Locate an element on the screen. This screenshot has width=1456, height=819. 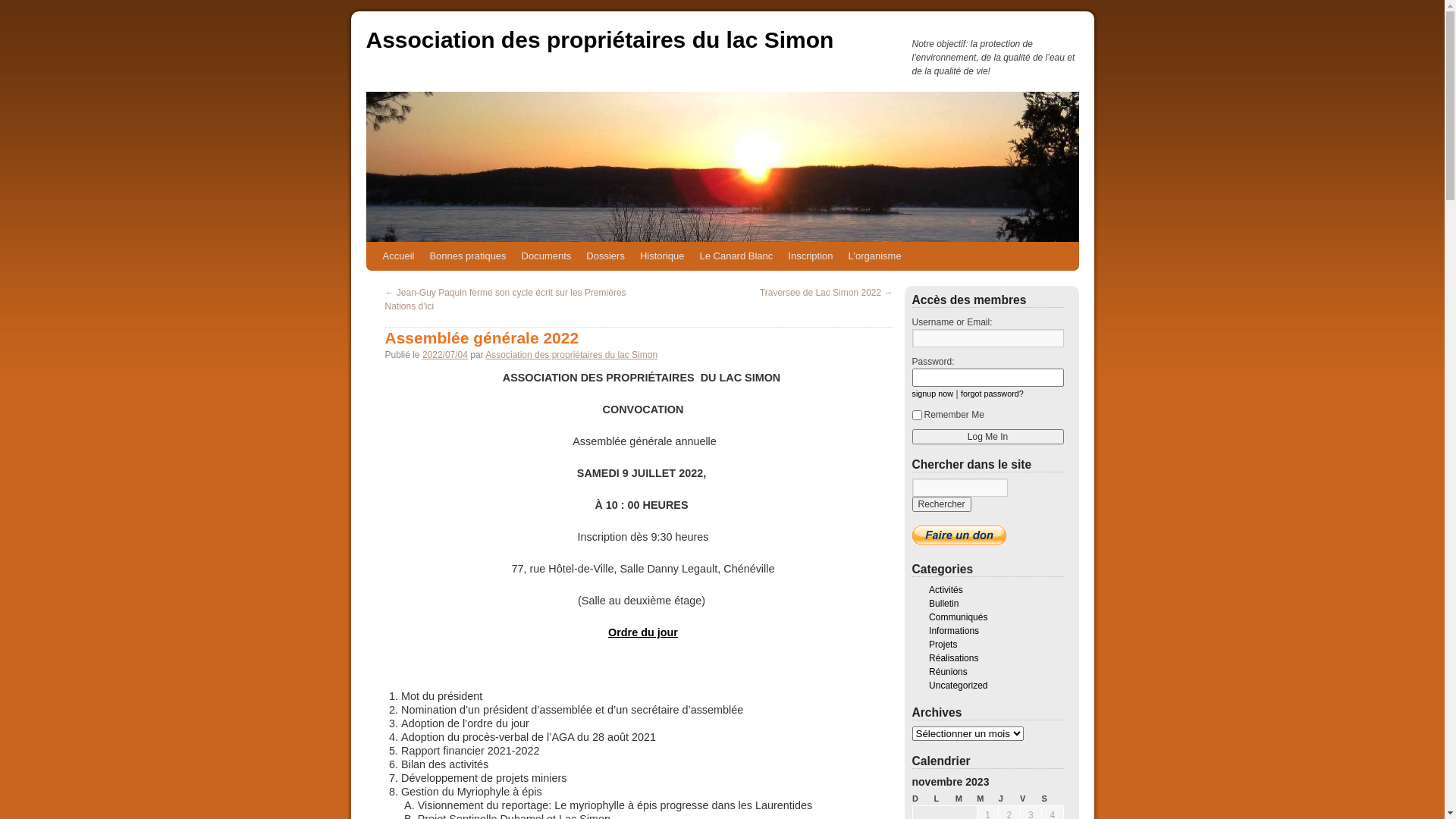
'Log Me In' is located at coordinates (987, 436).